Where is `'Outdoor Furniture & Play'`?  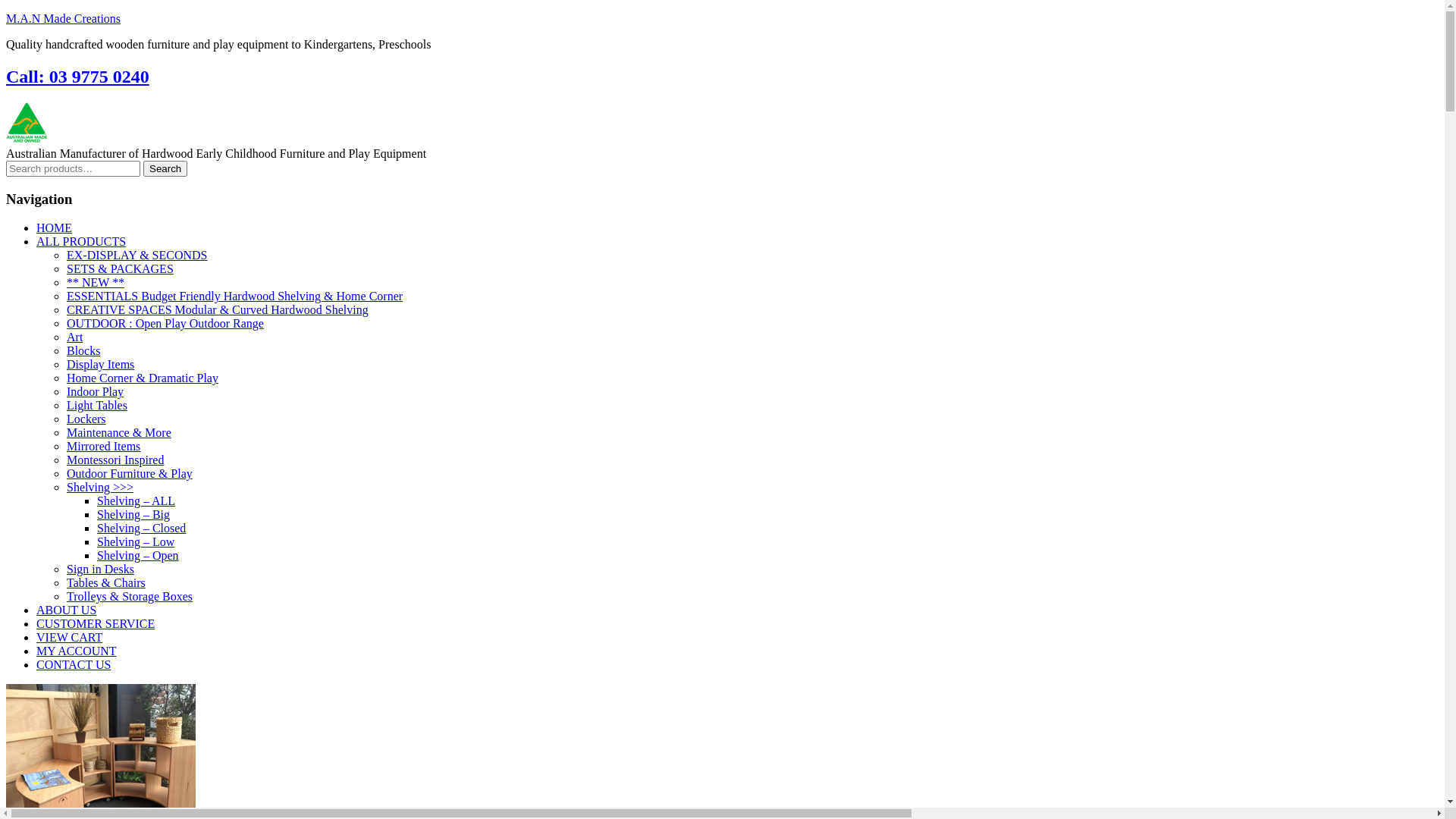 'Outdoor Furniture & Play' is located at coordinates (130, 472).